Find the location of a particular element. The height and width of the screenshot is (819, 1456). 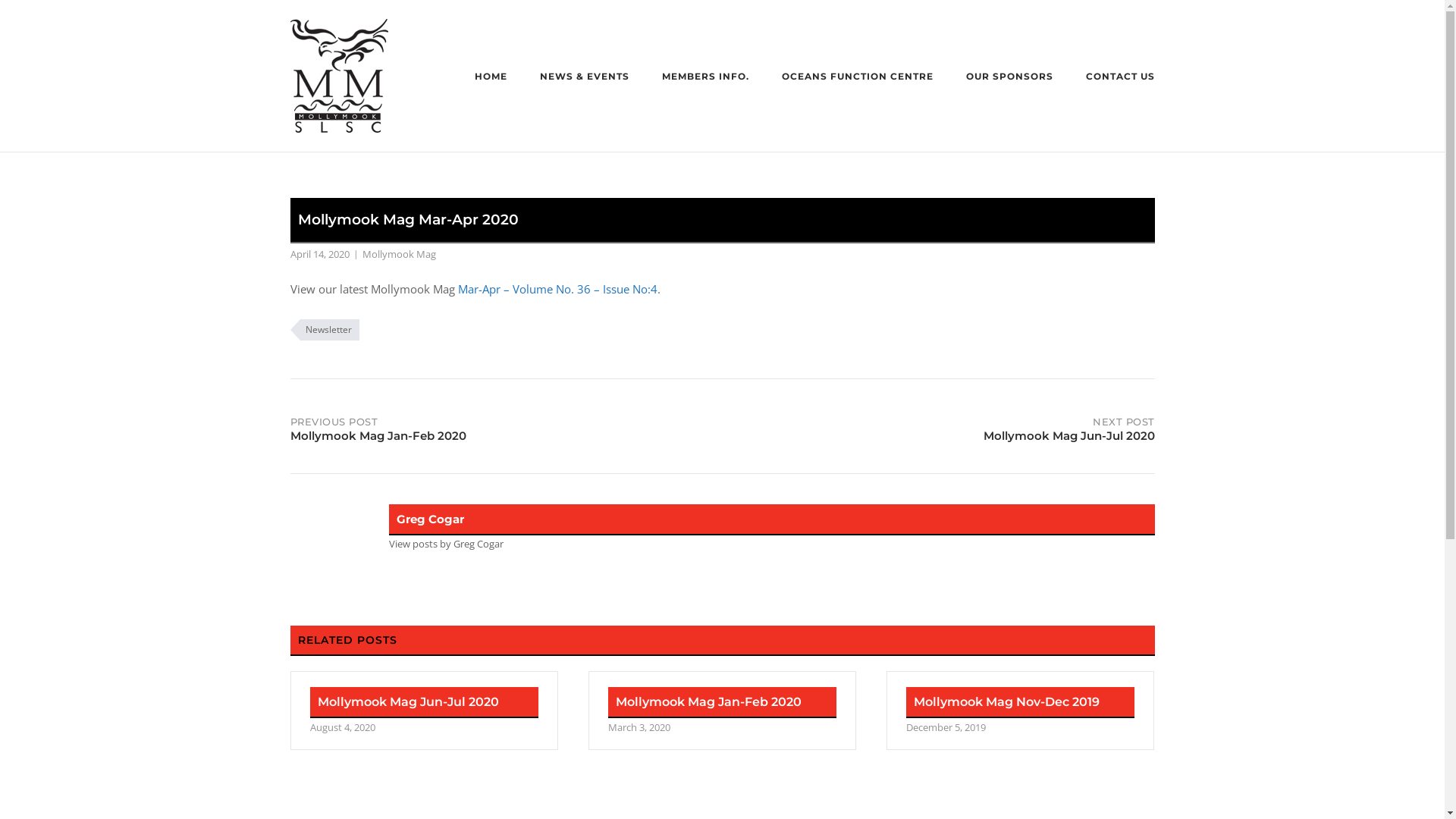

'NEWS & EVENTS' is located at coordinates (584, 78).